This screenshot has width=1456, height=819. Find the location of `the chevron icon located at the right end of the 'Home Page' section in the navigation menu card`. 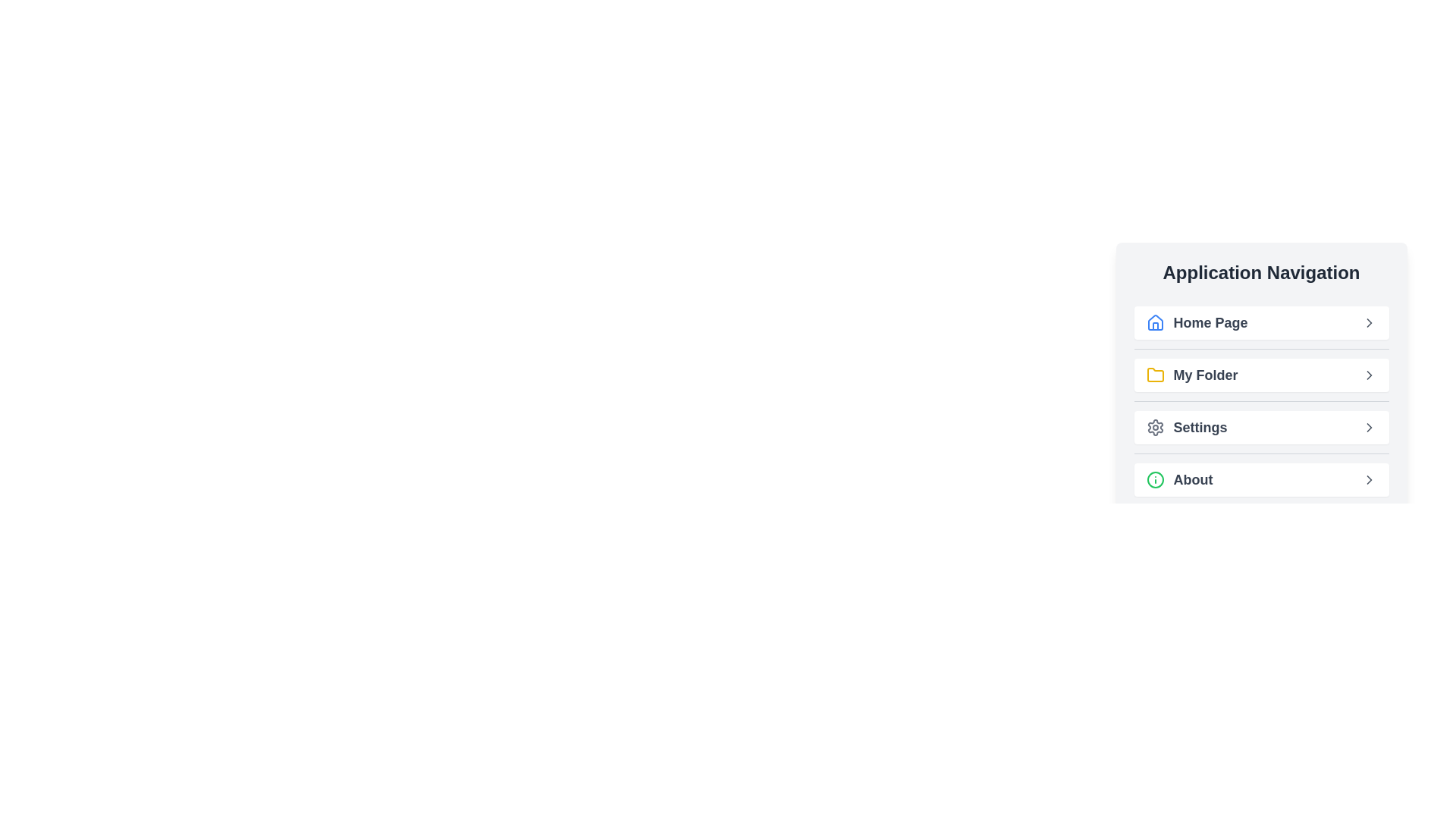

the chevron icon located at the right end of the 'Home Page' section in the navigation menu card is located at coordinates (1369, 322).